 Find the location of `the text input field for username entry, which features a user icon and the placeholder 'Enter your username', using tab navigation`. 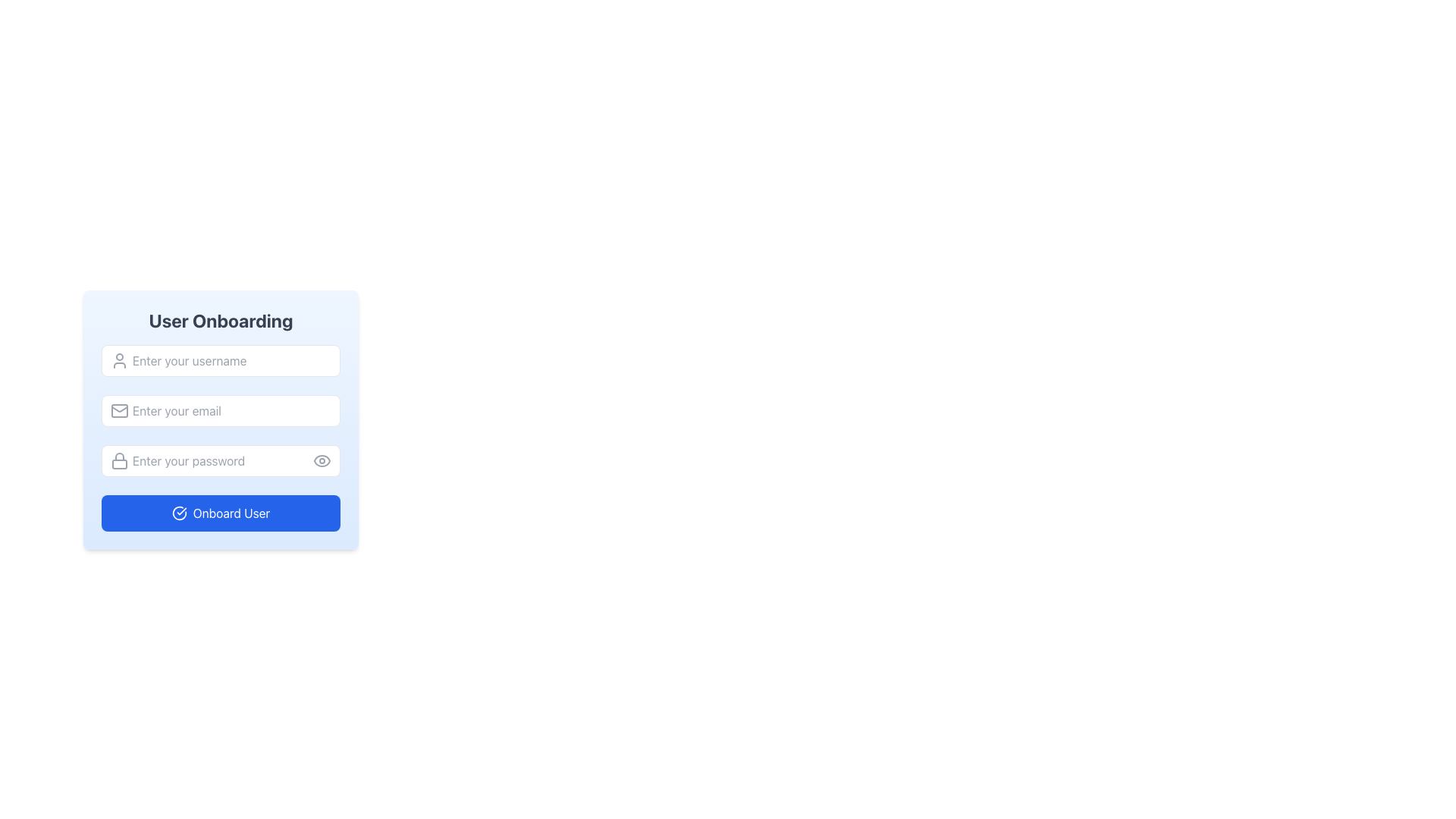

the text input field for username entry, which features a user icon and the placeholder 'Enter your username', using tab navigation is located at coordinates (220, 360).